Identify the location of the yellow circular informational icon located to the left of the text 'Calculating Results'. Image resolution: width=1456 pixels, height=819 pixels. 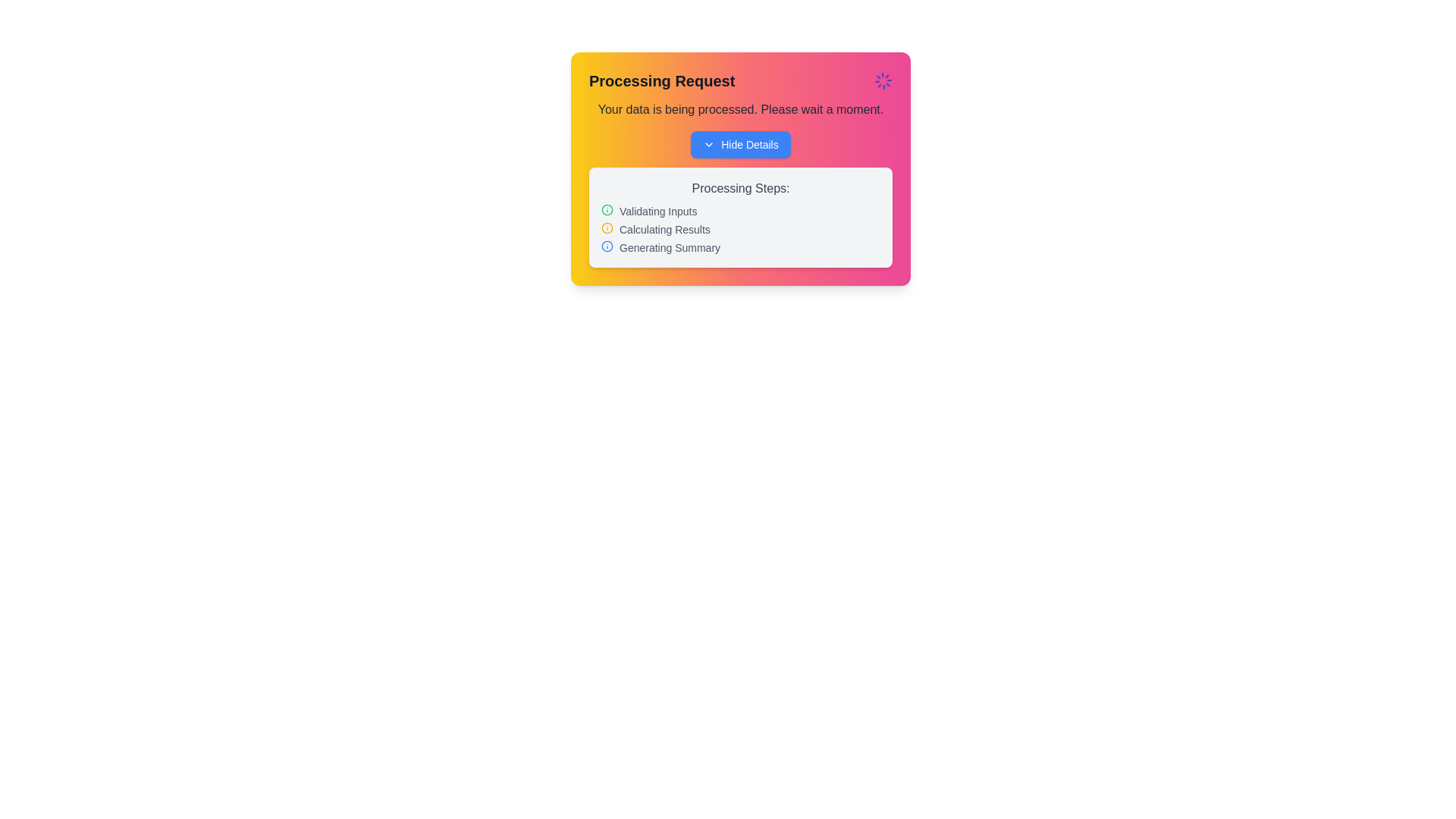
(607, 227).